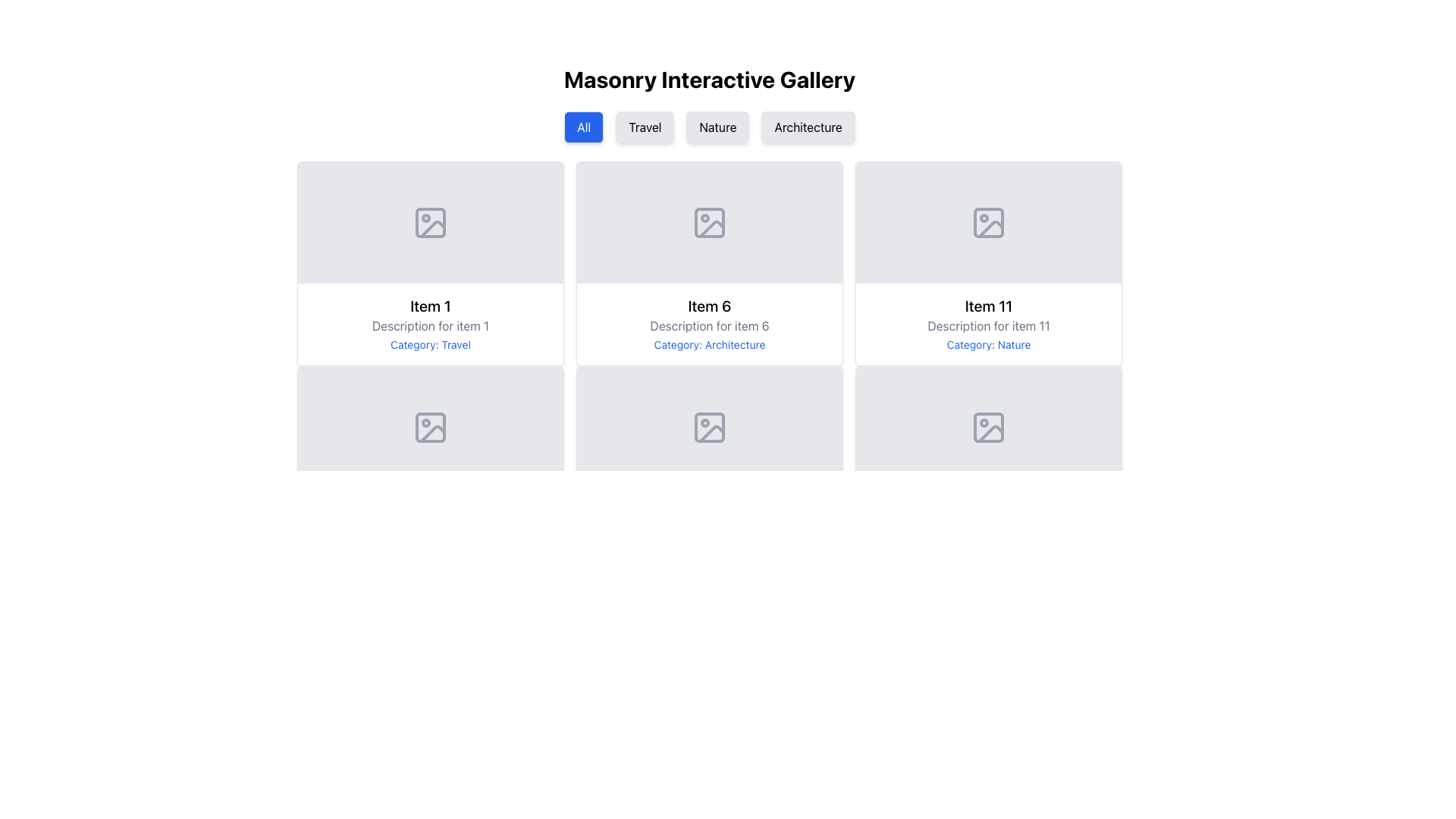 The height and width of the screenshot is (819, 1456). What do you see at coordinates (429, 344) in the screenshot?
I see `text content of the category descriptor label indicating that the item belongs to the 'Travel' category, which is located at the bottom of the first card in the grid layout` at bounding box center [429, 344].